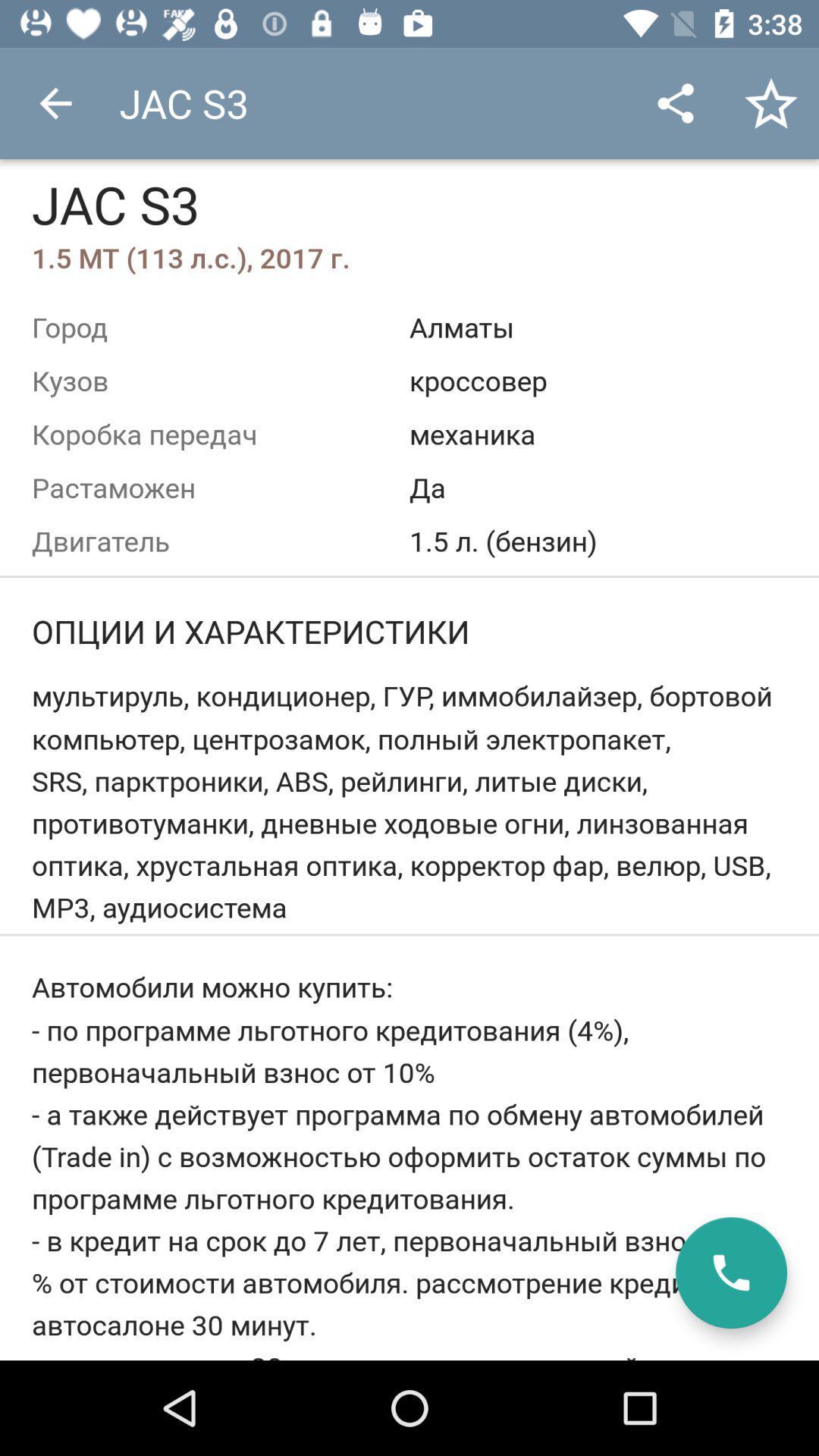 The image size is (819, 1456). Describe the element at coordinates (675, 102) in the screenshot. I see `the app next to the jac s3 app` at that location.